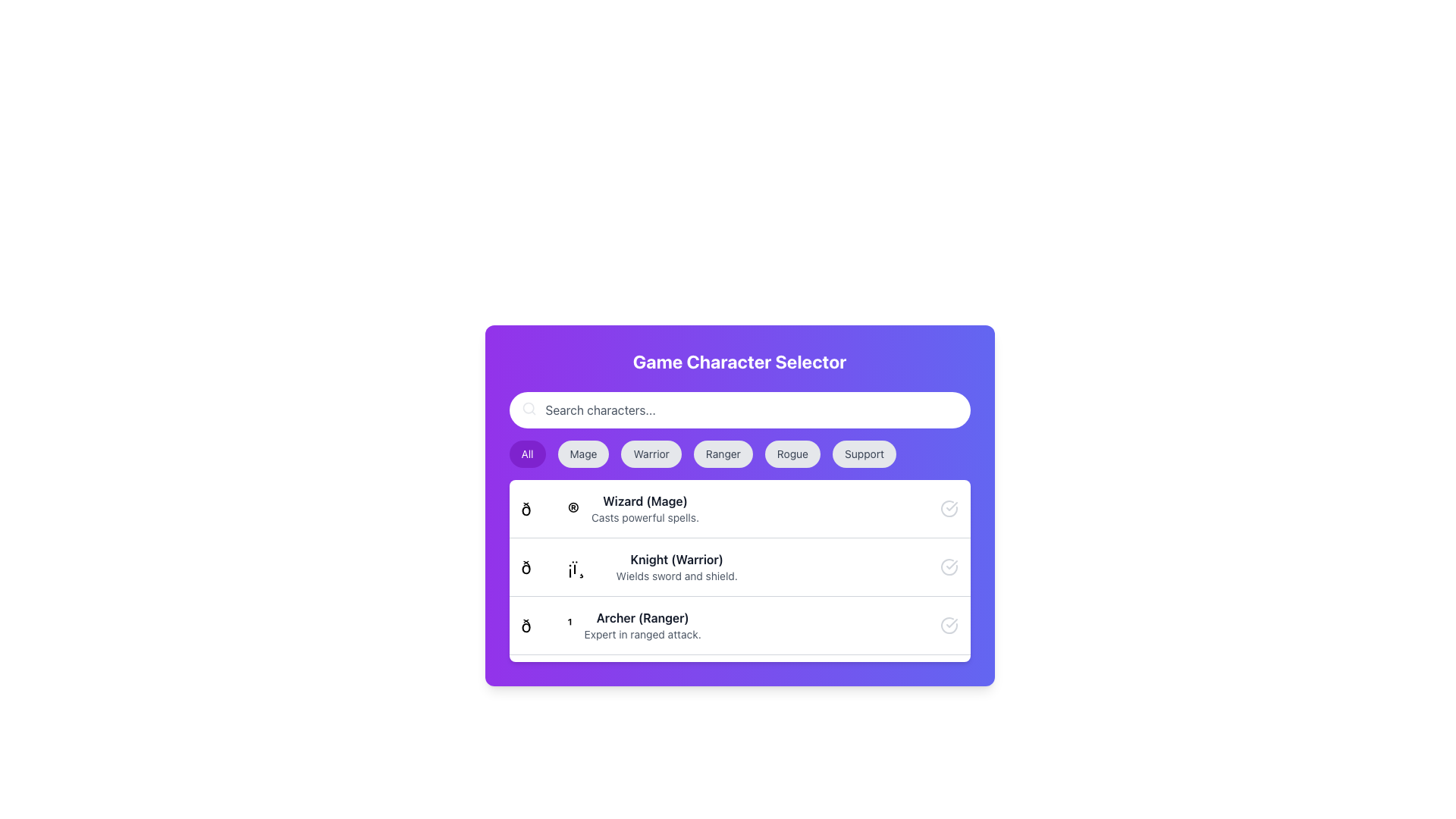 Image resolution: width=1456 pixels, height=819 pixels. What do you see at coordinates (739, 509) in the screenshot?
I see `the first row of the list item titled 'Wizard (Mage)'` at bounding box center [739, 509].